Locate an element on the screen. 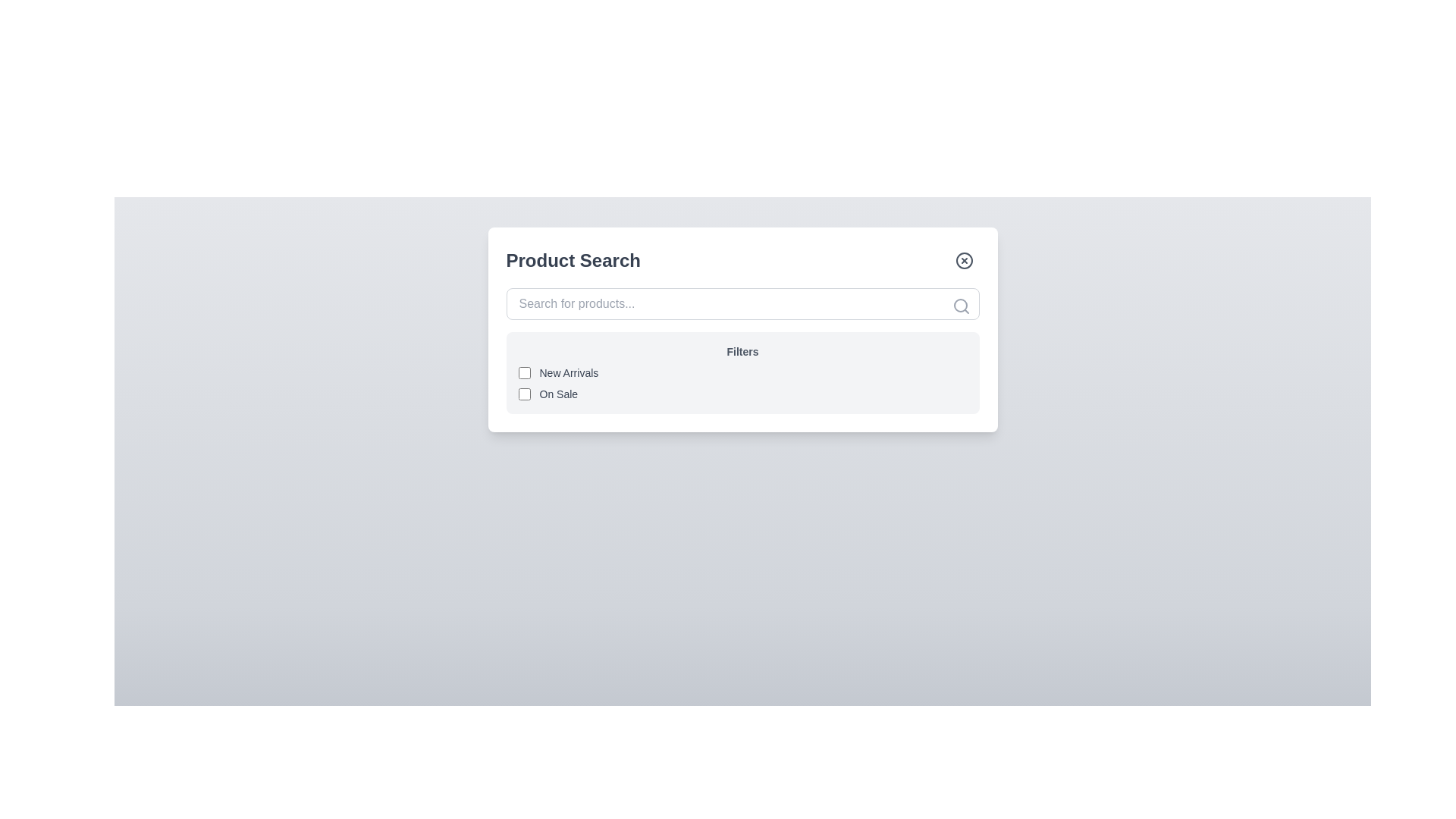 The image size is (1456, 819). the small circular gray button with a cross symbol inside it located at the top-right corner of the 'Product Search' card is located at coordinates (963, 259).